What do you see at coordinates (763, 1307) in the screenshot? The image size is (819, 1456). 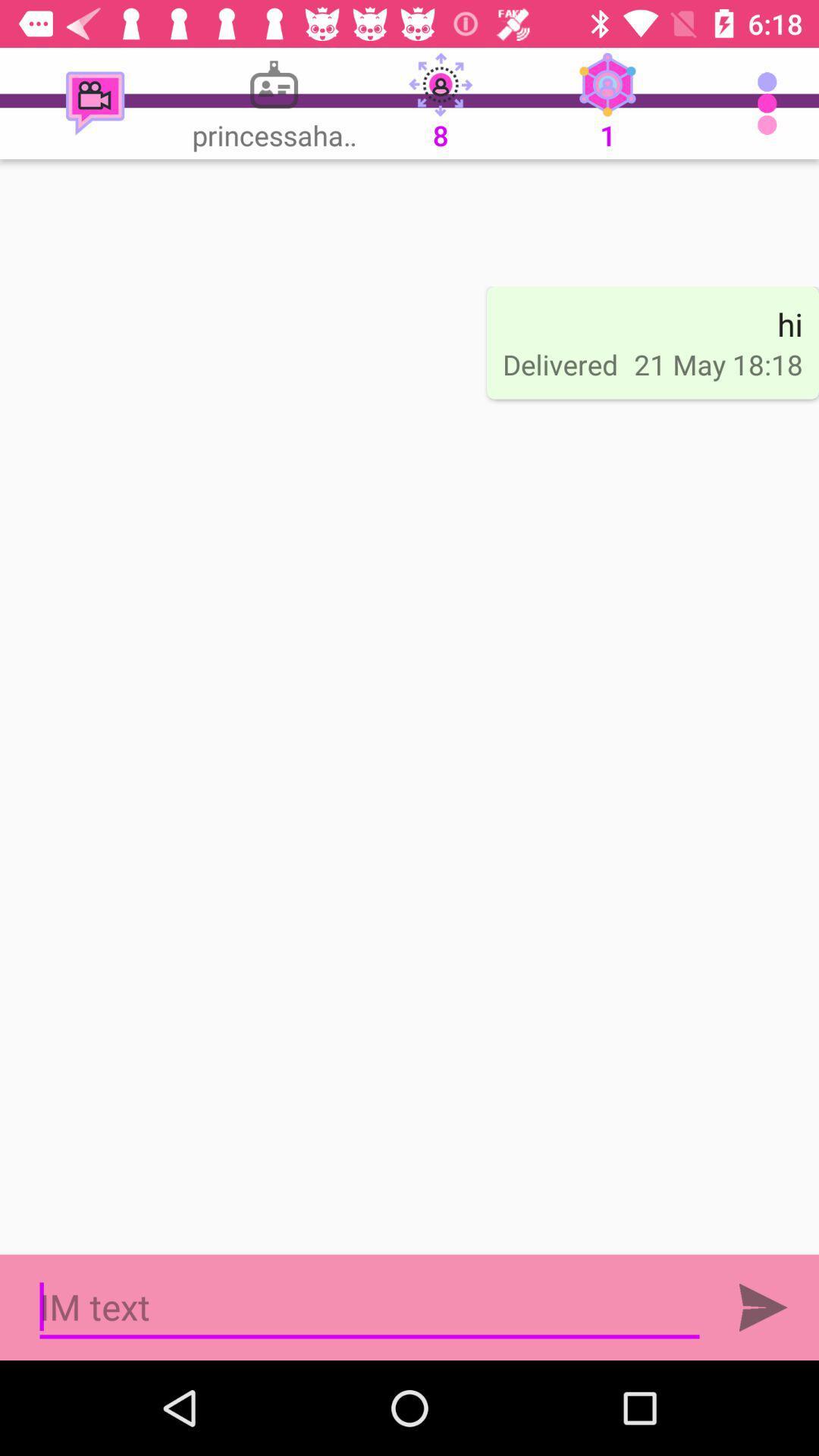 I see `send` at bounding box center [763, 1307].